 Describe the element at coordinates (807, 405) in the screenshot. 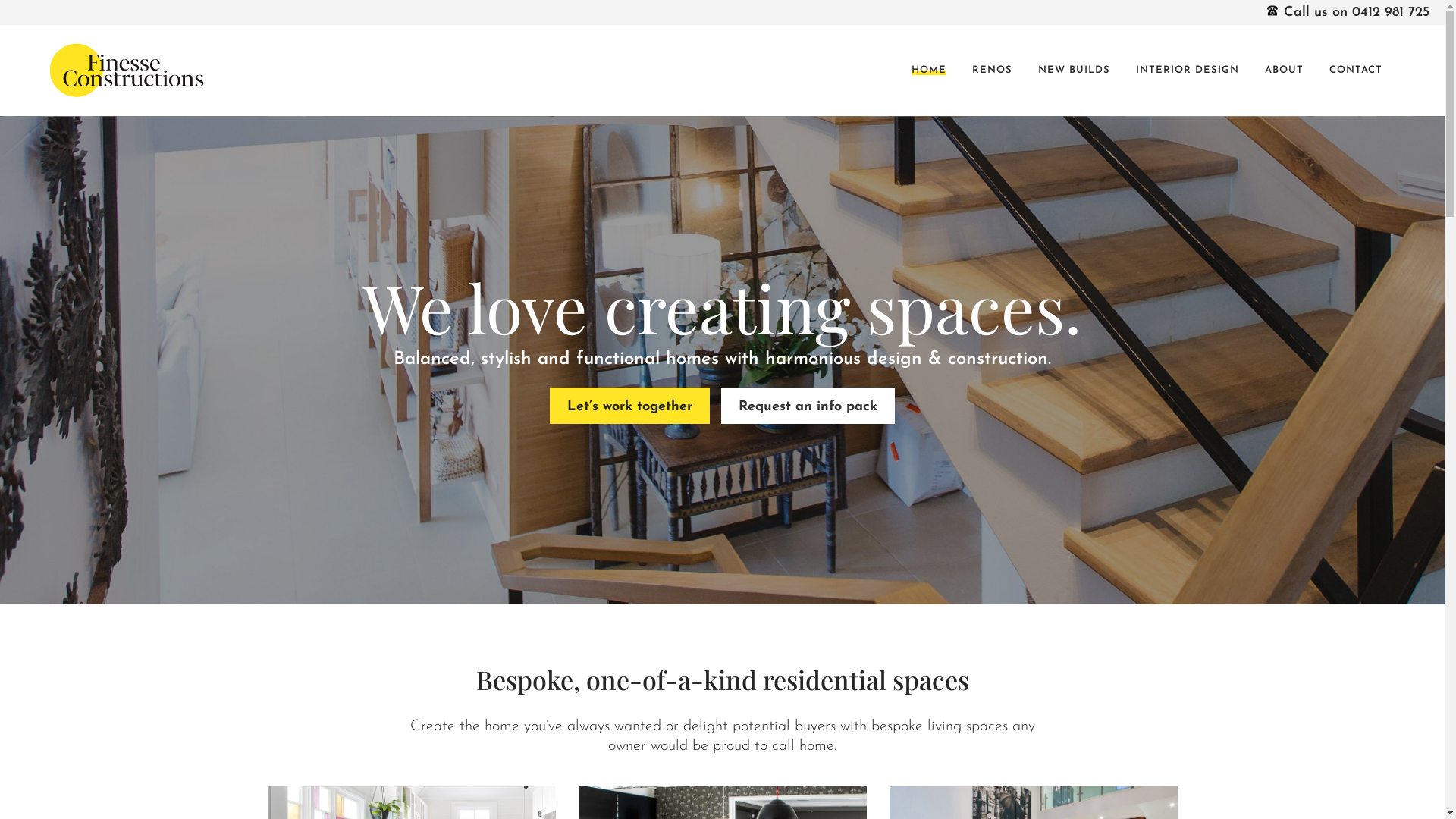

I see `'Request an info pack'` at that location.